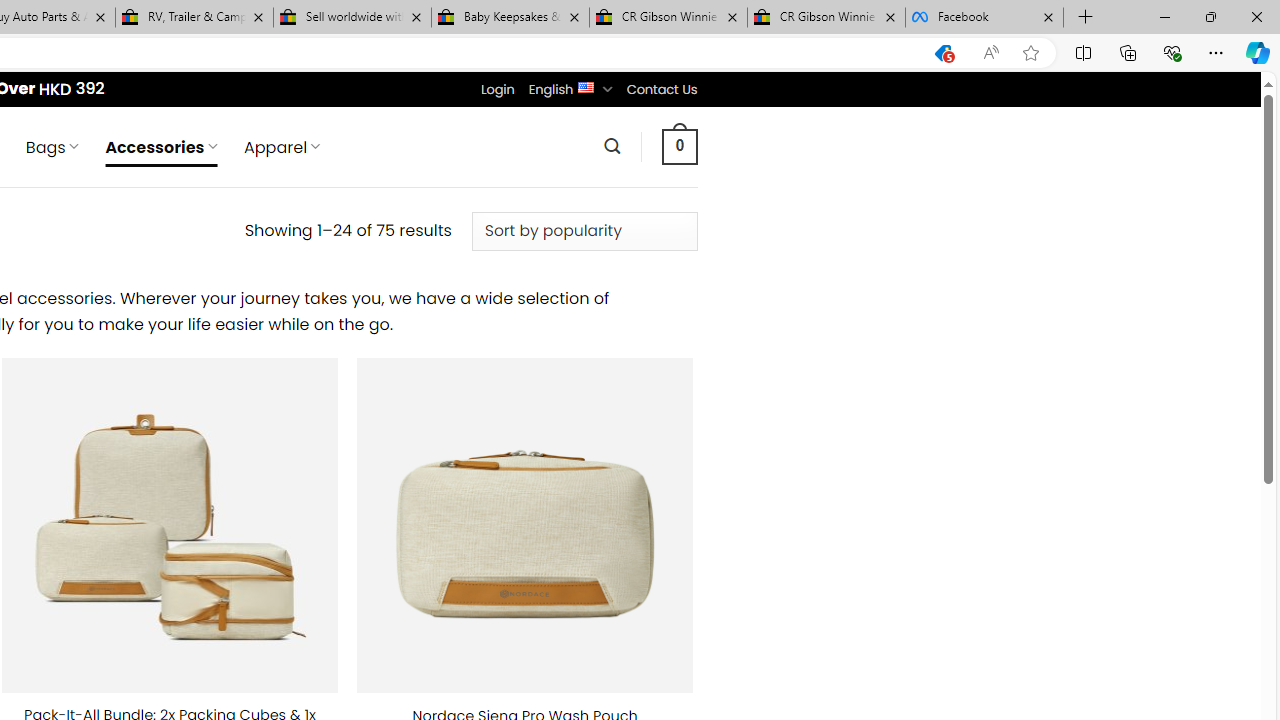  Describe the element at coordinates (1257, 51) in the screenshot. I see `'Copilot (Ctrl+Shift+.)'` at that location.